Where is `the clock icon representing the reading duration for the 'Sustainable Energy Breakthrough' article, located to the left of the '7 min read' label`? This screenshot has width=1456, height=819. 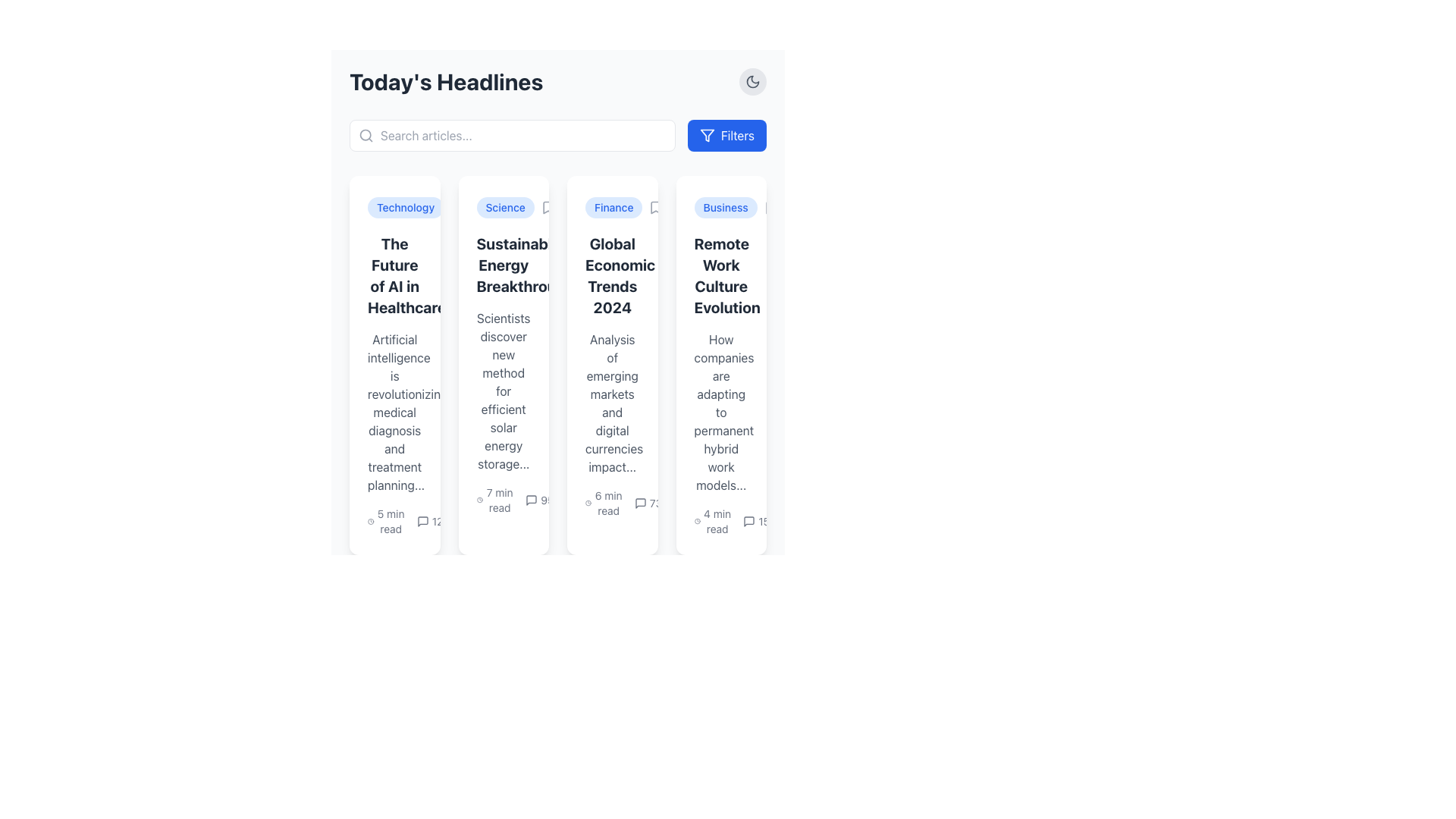
the clock icon representing the reading duration for the 'Sustainable Energy Breakthrough' article, located to the left of the '7 min read' label is located at coordinates (479, 500).